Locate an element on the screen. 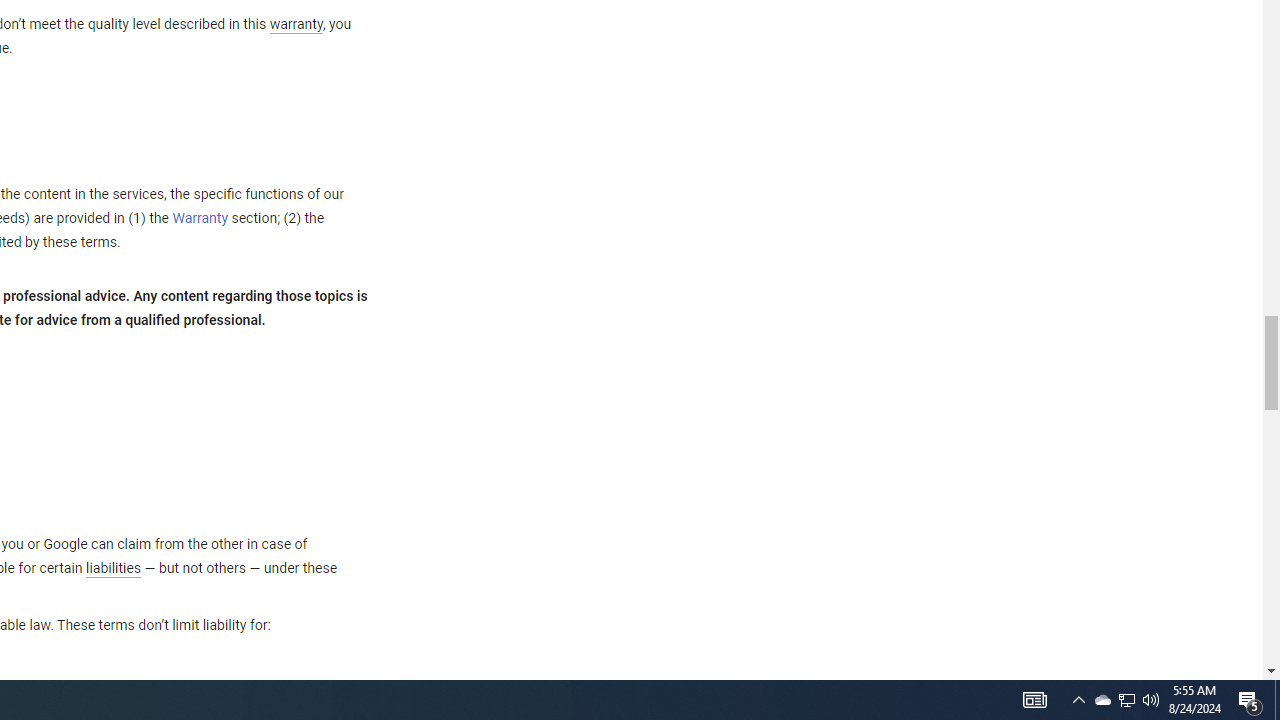 The width and height of the screenshot is (1280, 720). 'warranty' is located at coordinates (294, 25).